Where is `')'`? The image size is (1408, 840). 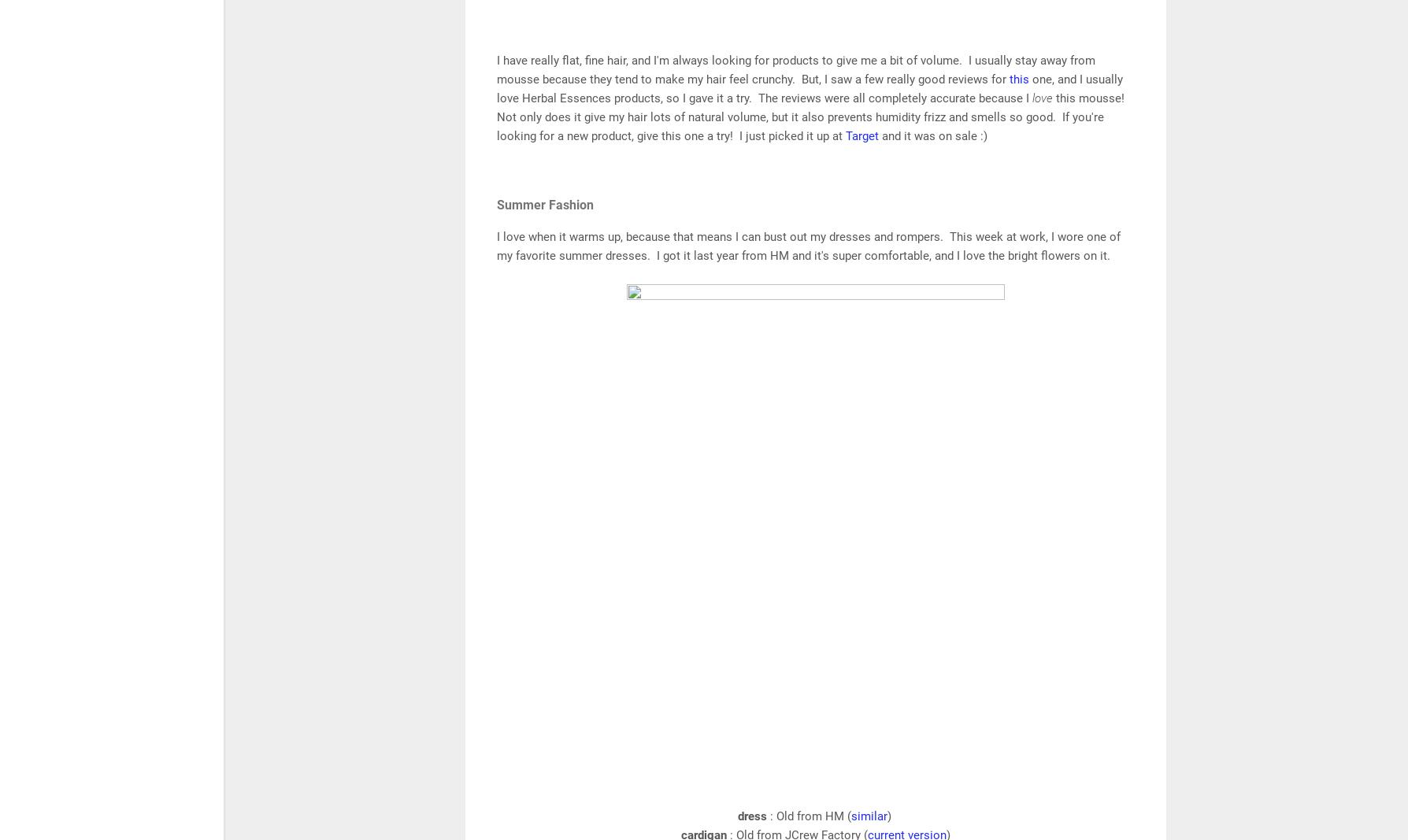 ')' is located at coordinates (889, 816).